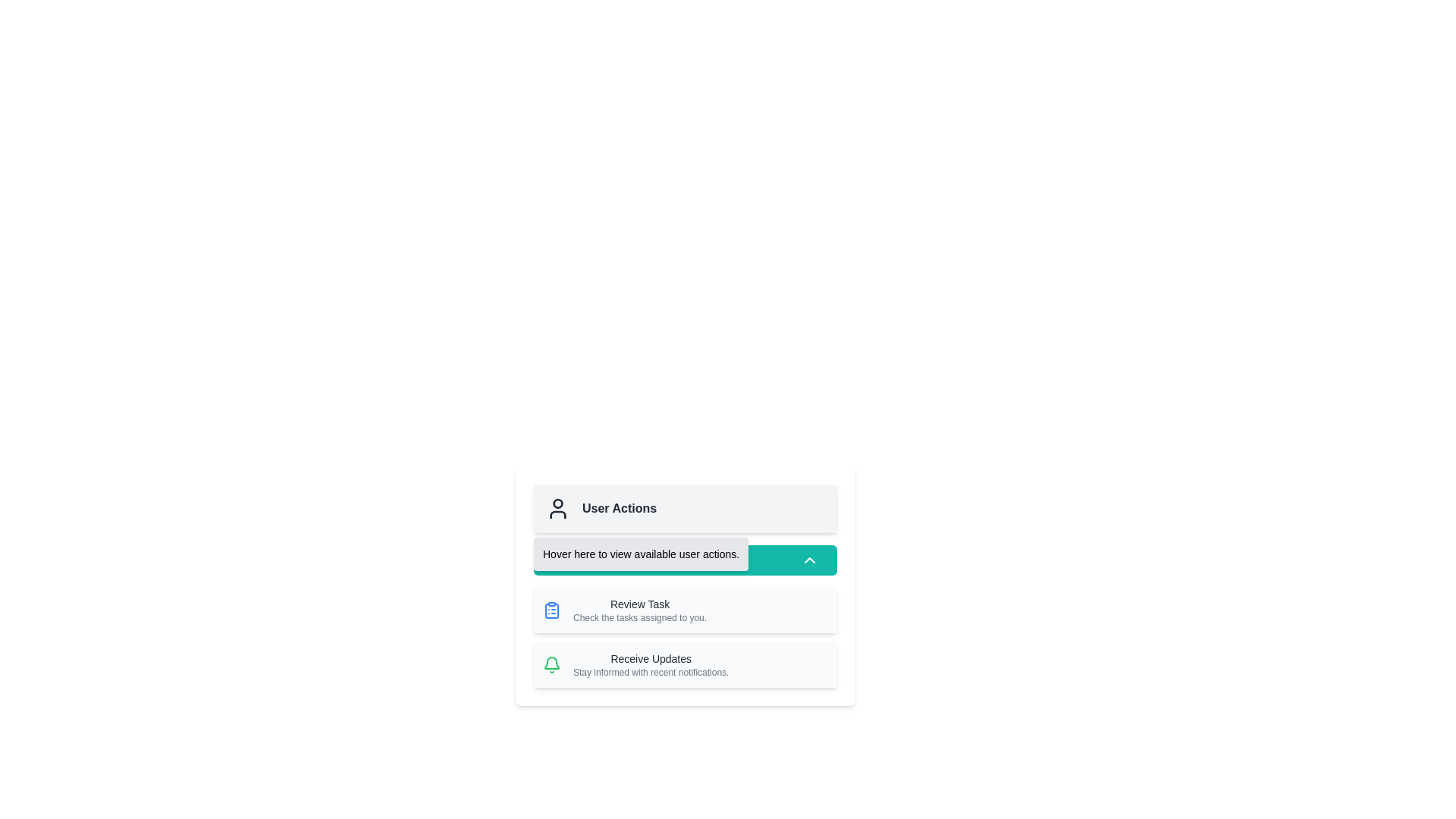  I want to click on the 'User Actions' static text label styled in bold, dark-gray font located in the upper section of the card interface, so click(619, 509).